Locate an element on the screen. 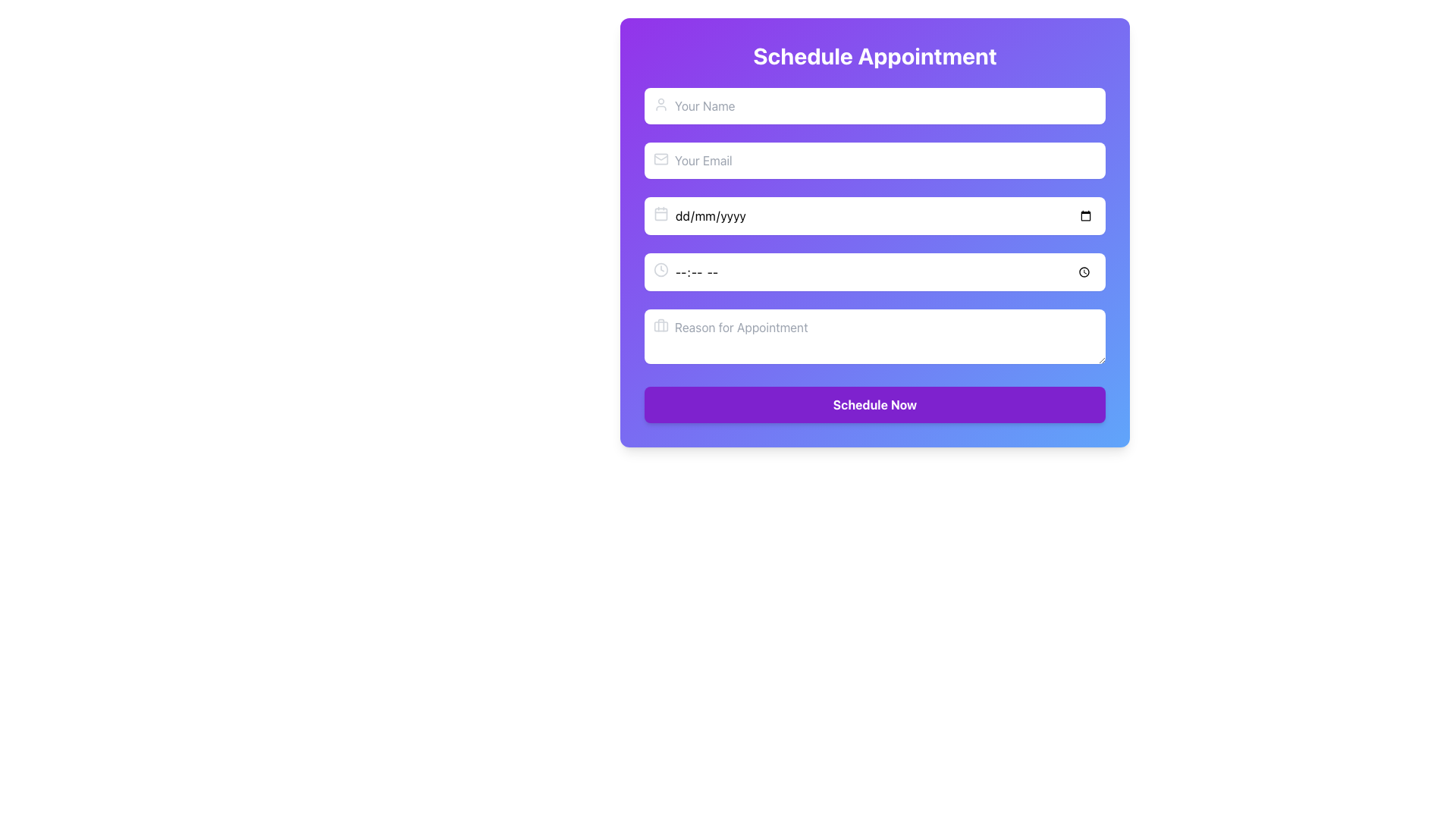 This screenshot has height=819, width=1456. the email input field with placeholder 'Your Email' to focus the cursor for typing is located at coordinates (874, 161).